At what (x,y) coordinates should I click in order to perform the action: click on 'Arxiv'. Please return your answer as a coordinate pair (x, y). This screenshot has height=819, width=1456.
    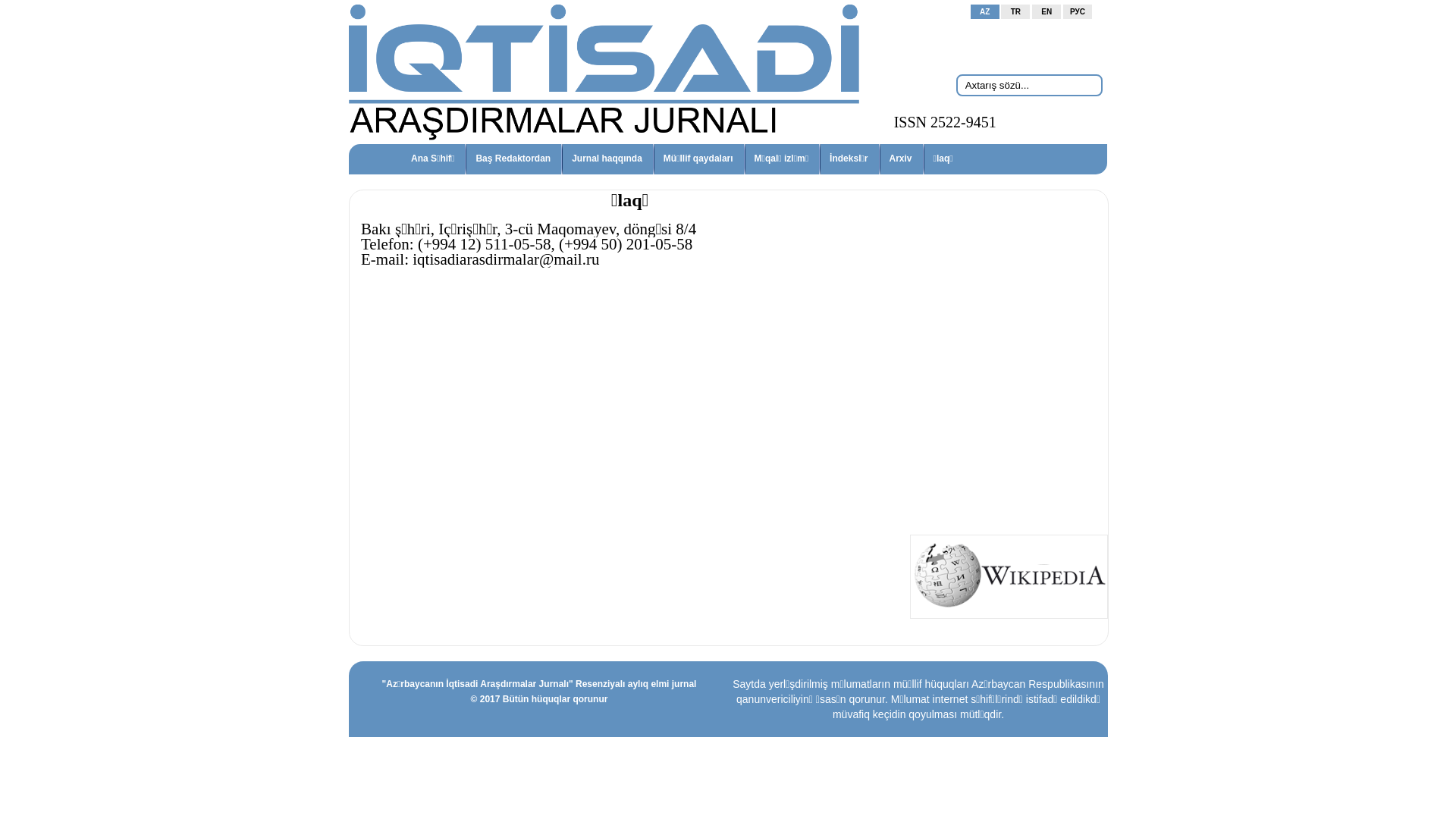
    Looking at the image, I should click on (901, 158).